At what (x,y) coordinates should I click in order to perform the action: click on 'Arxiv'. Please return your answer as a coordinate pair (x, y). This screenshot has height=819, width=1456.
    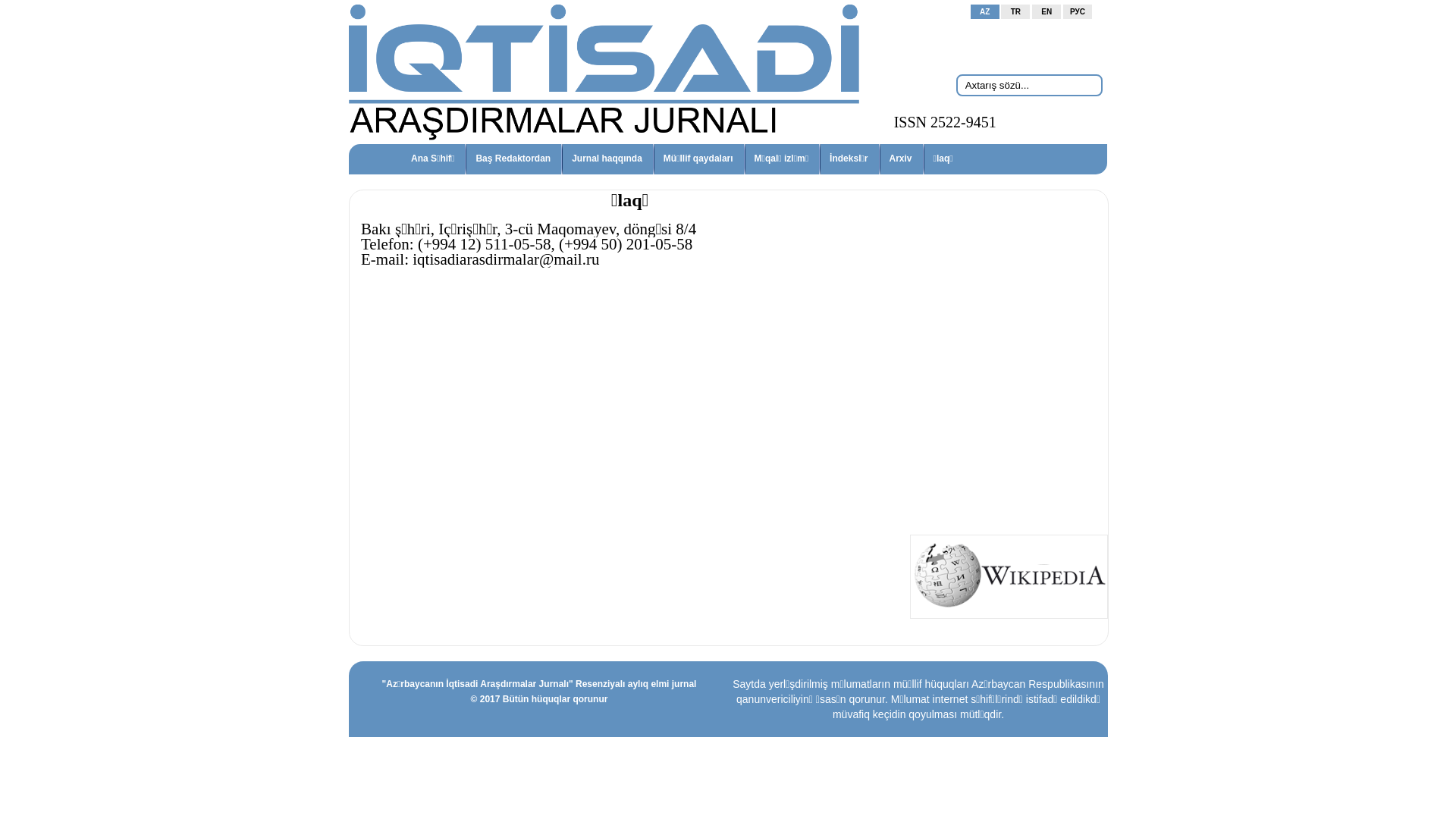
    Looking at the image, I should click on (901, 158).